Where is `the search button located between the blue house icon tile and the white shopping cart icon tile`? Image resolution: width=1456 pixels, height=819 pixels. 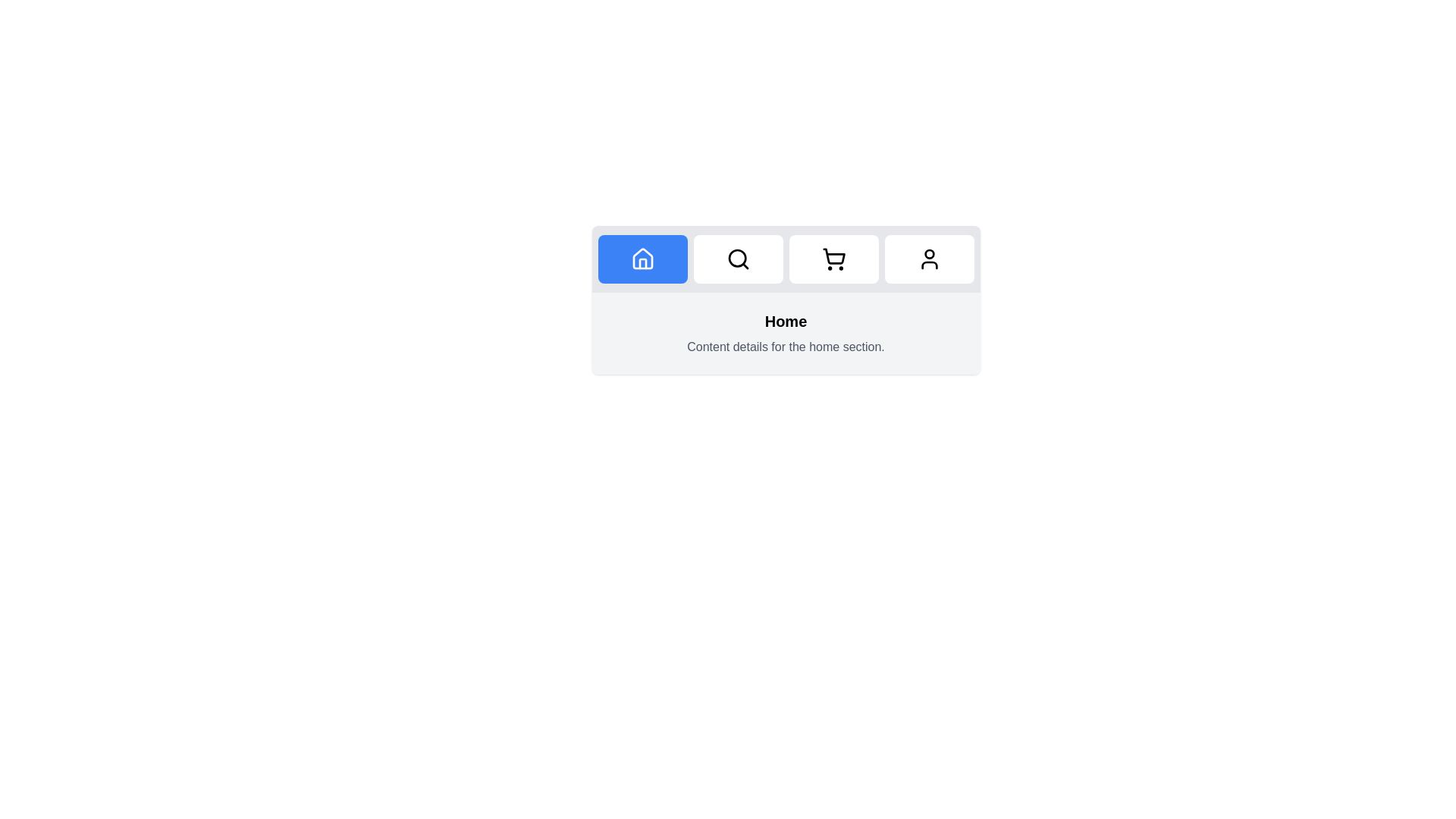
the search button located between the blue house icon tile and the white shopping cart icon tile is located at coordinates (738, 259).